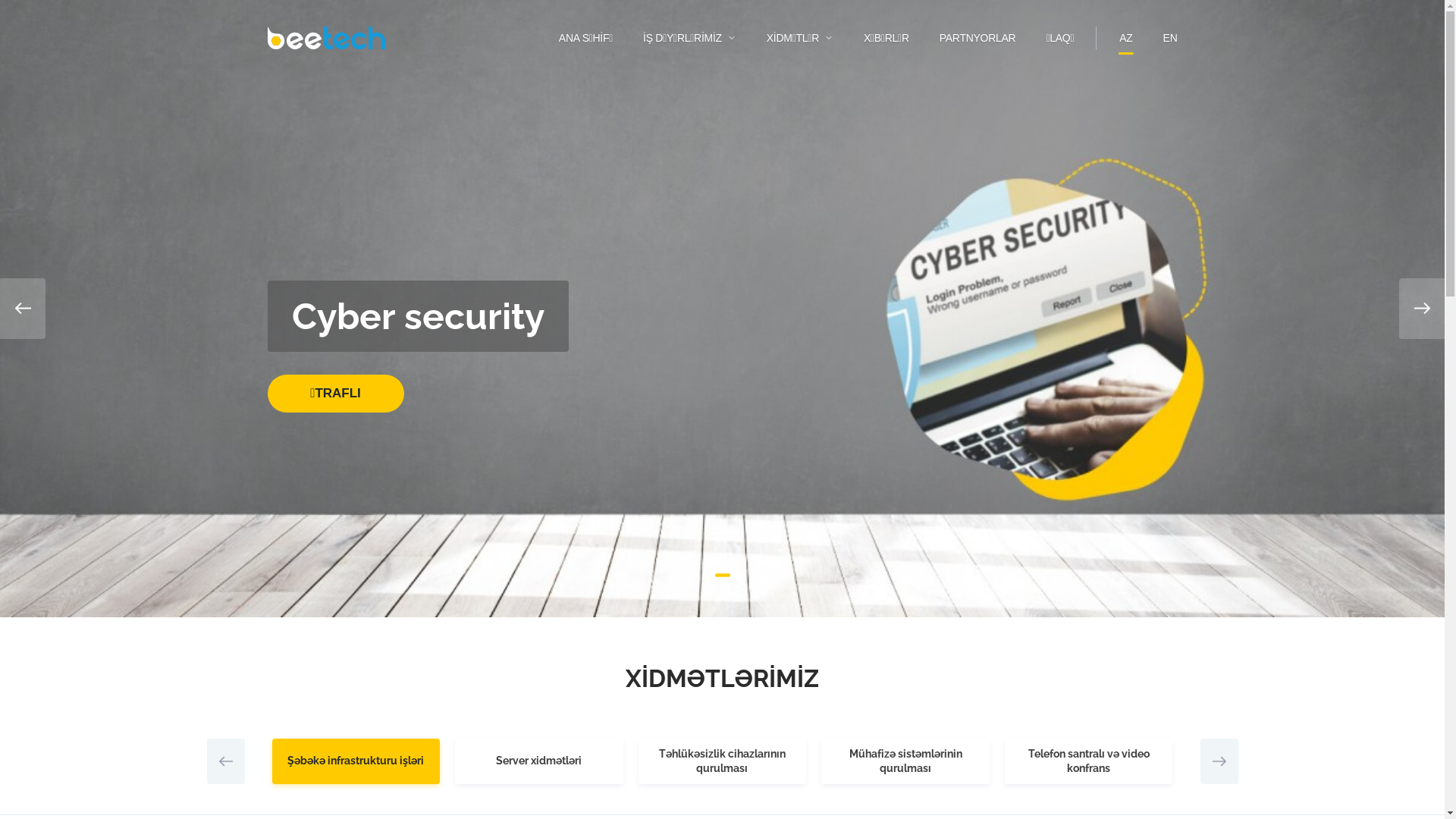 Image resolution: width=1456 pixels, height=819 pixels. I want to click on 'AZ', so click(1119, 37).